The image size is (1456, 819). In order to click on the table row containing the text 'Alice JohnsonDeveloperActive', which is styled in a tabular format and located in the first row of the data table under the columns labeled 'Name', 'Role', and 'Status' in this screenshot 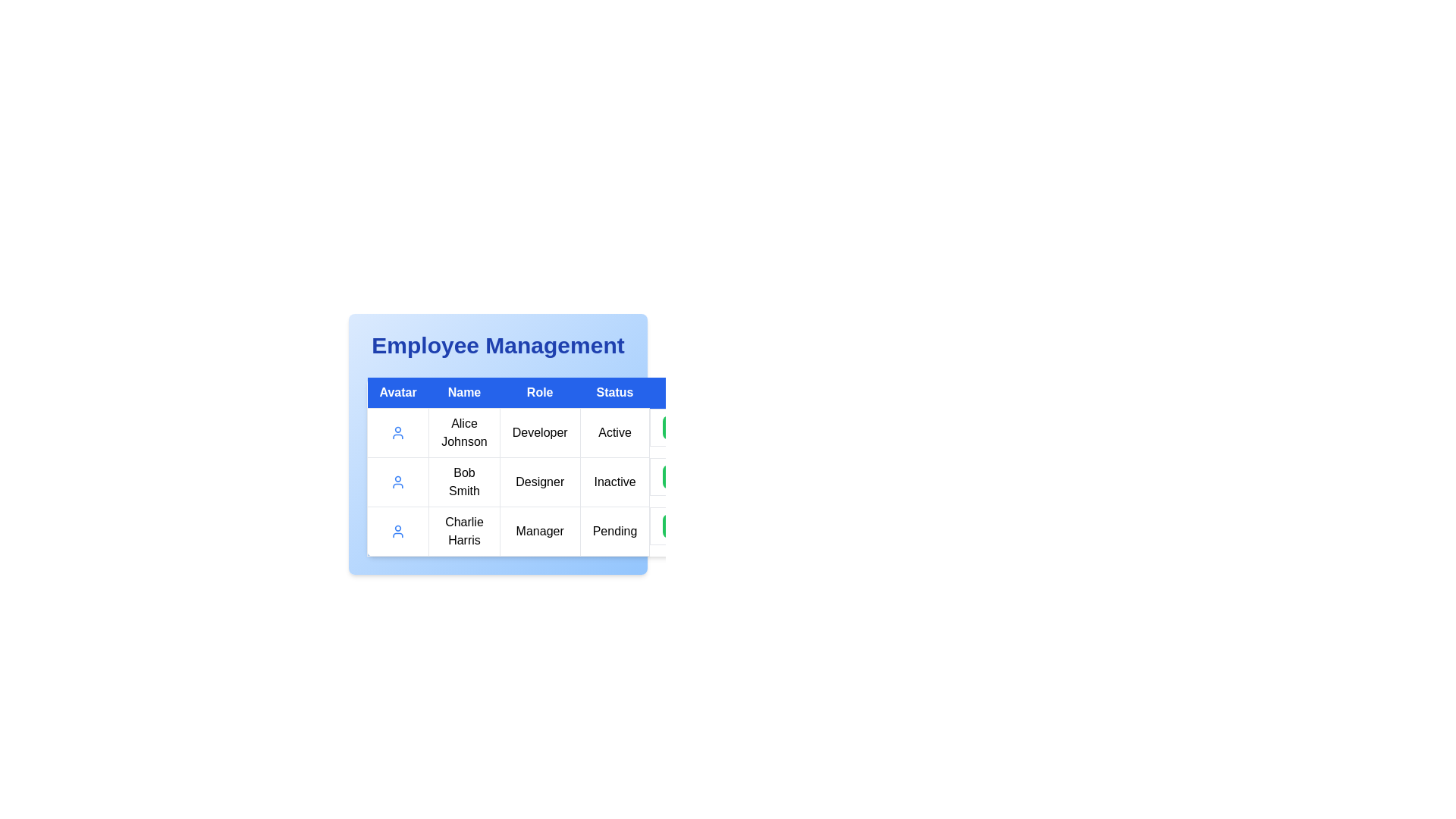, I will do `click(563, 432)`.